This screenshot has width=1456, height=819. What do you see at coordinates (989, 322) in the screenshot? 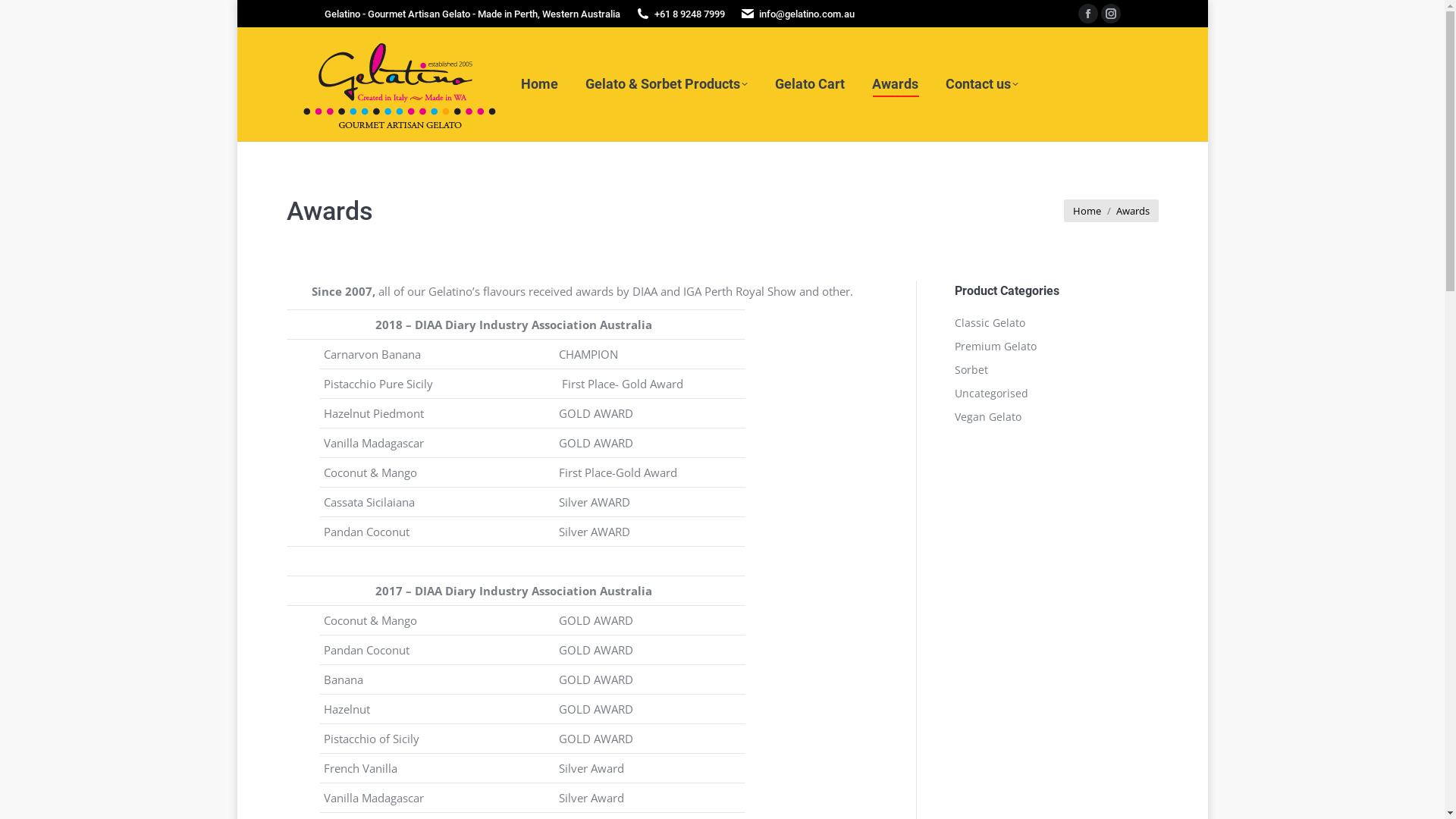
I see `'Classic Gelato'` at bounding box center [989, 322].